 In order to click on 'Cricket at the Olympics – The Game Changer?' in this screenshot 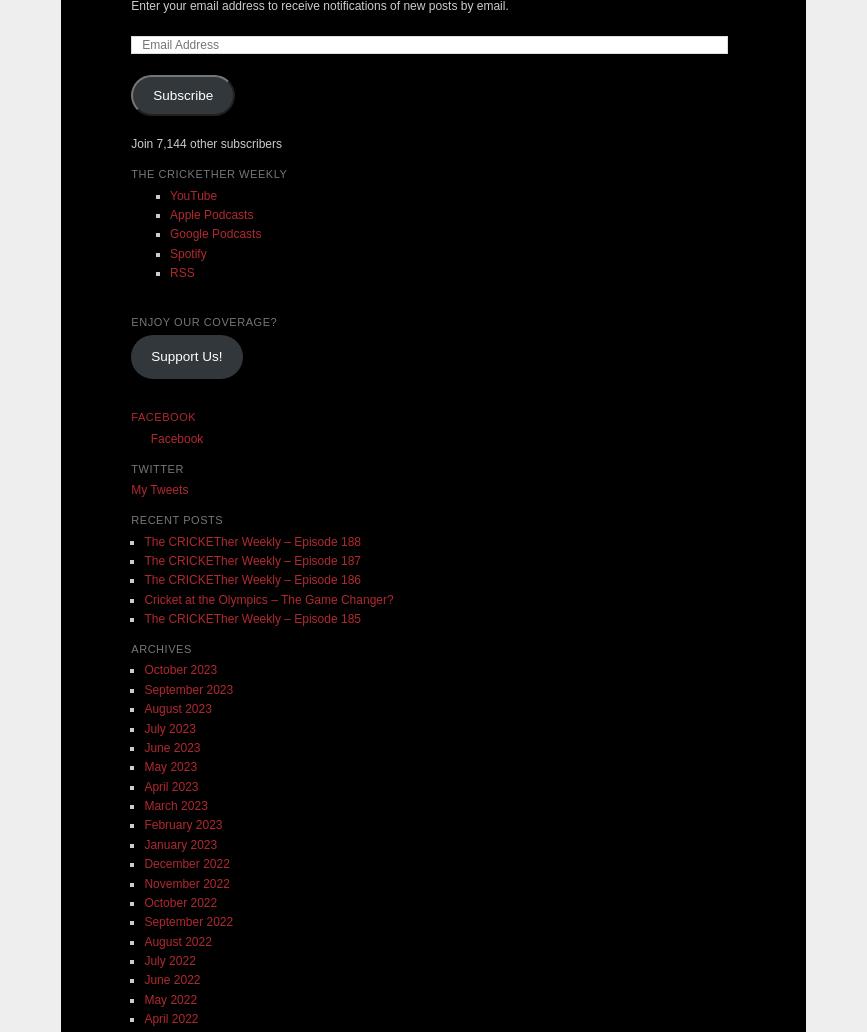, I will do `click(268, 598)`.